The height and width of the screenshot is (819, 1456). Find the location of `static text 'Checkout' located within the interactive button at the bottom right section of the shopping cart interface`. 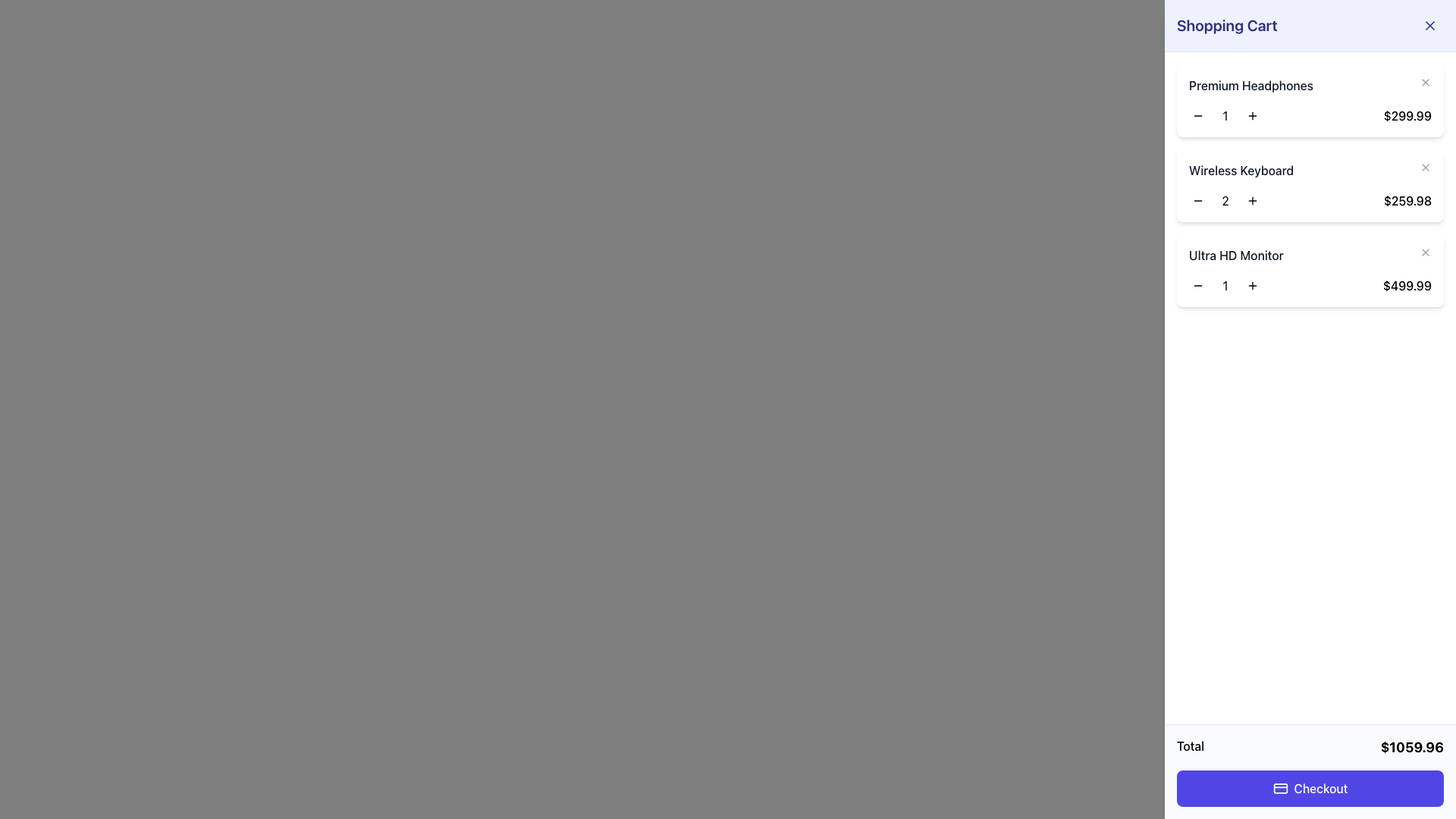

static text 'Checkout' located within the interactive button at the bottom right section of the shopping cart interface is located at coordinates (1320, 788).